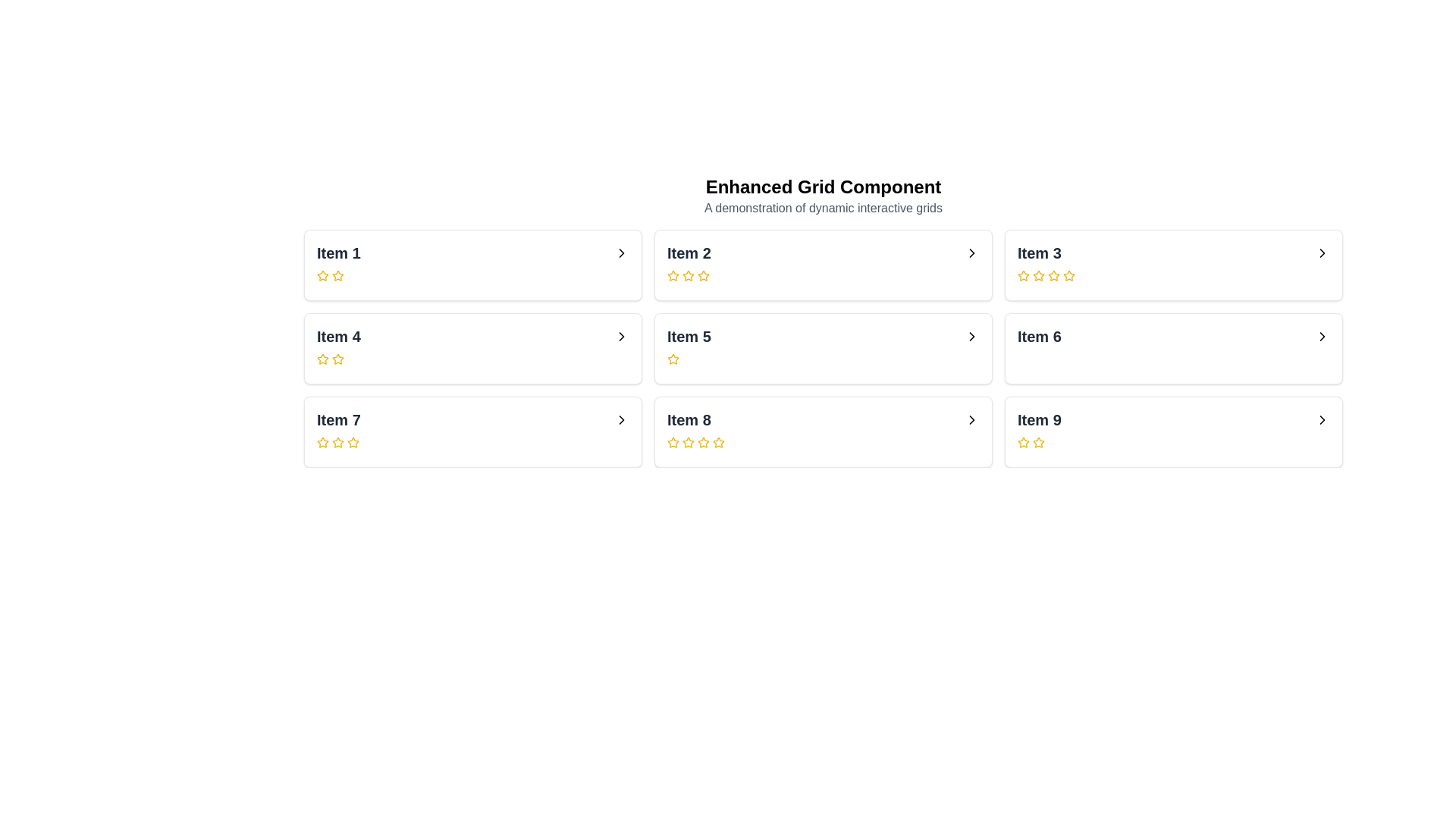 The height and width of the screenshot is (819, 1456). I want to click on the Chevron icon located to the far right of the 'Item 7' entry, so click(622, 420).